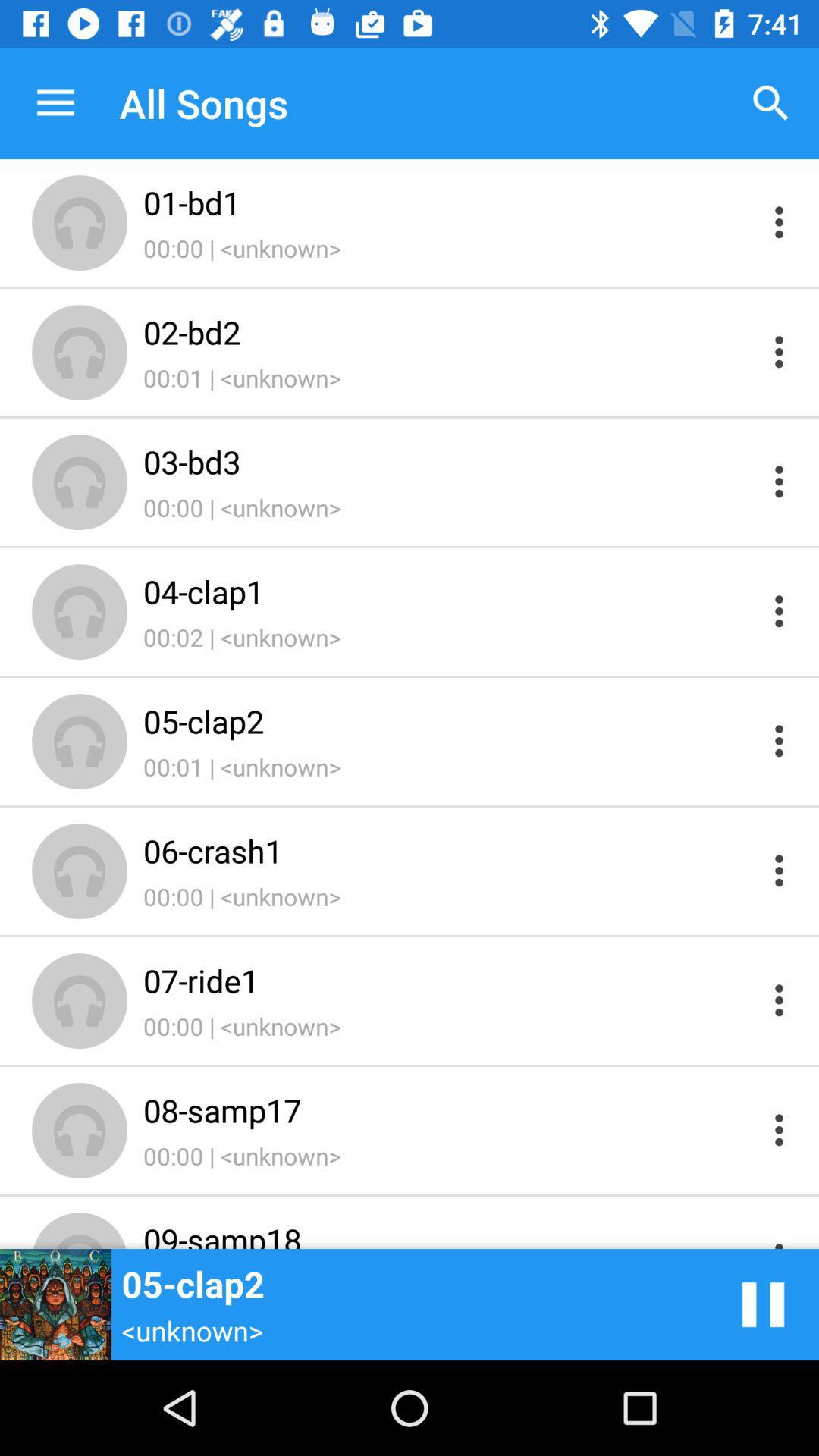  I want to click on tr\ck options, so click(779, 1234).